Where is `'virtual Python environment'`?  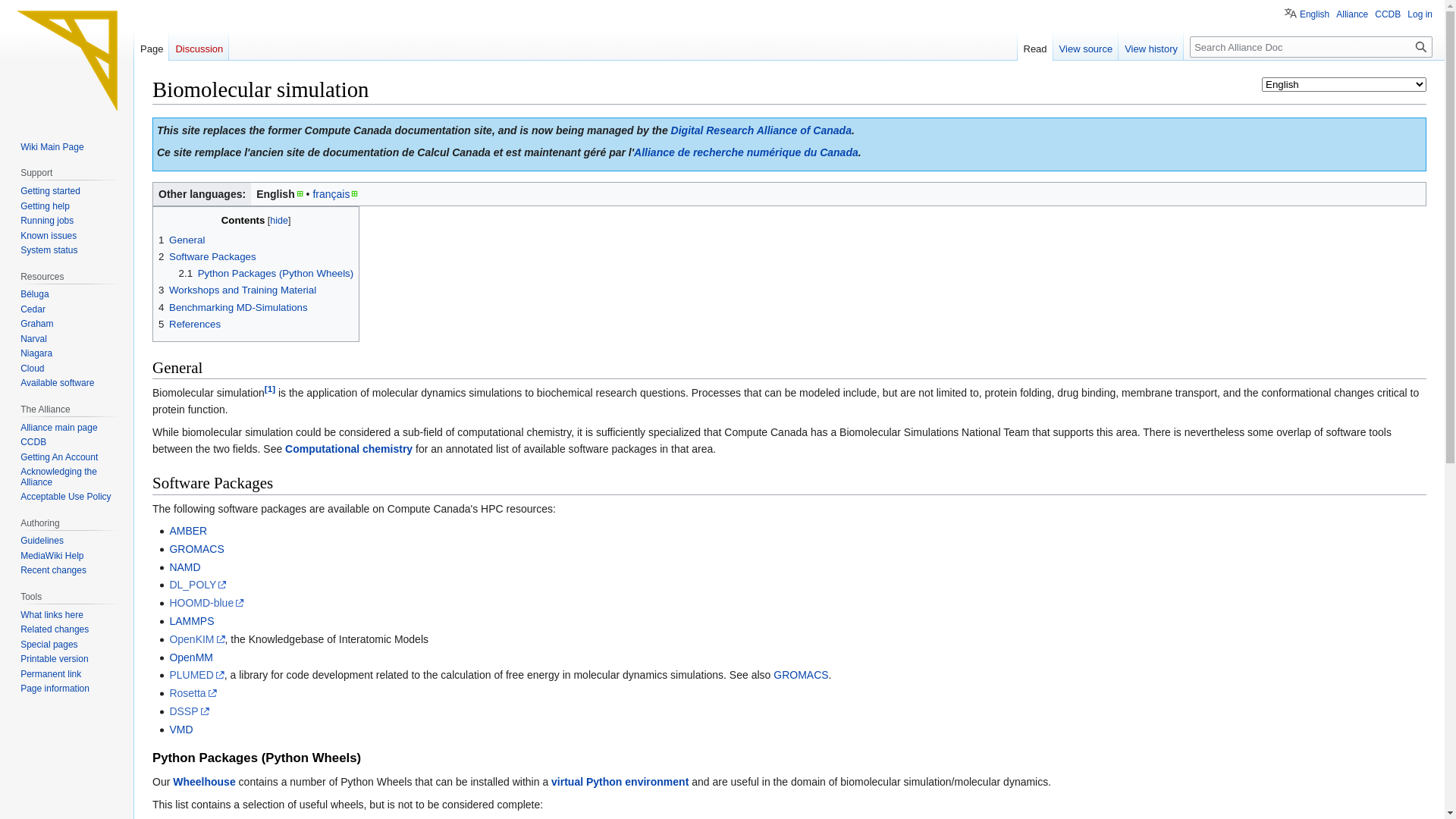 'virtual Python environment' is located at coordinates (620, 781).